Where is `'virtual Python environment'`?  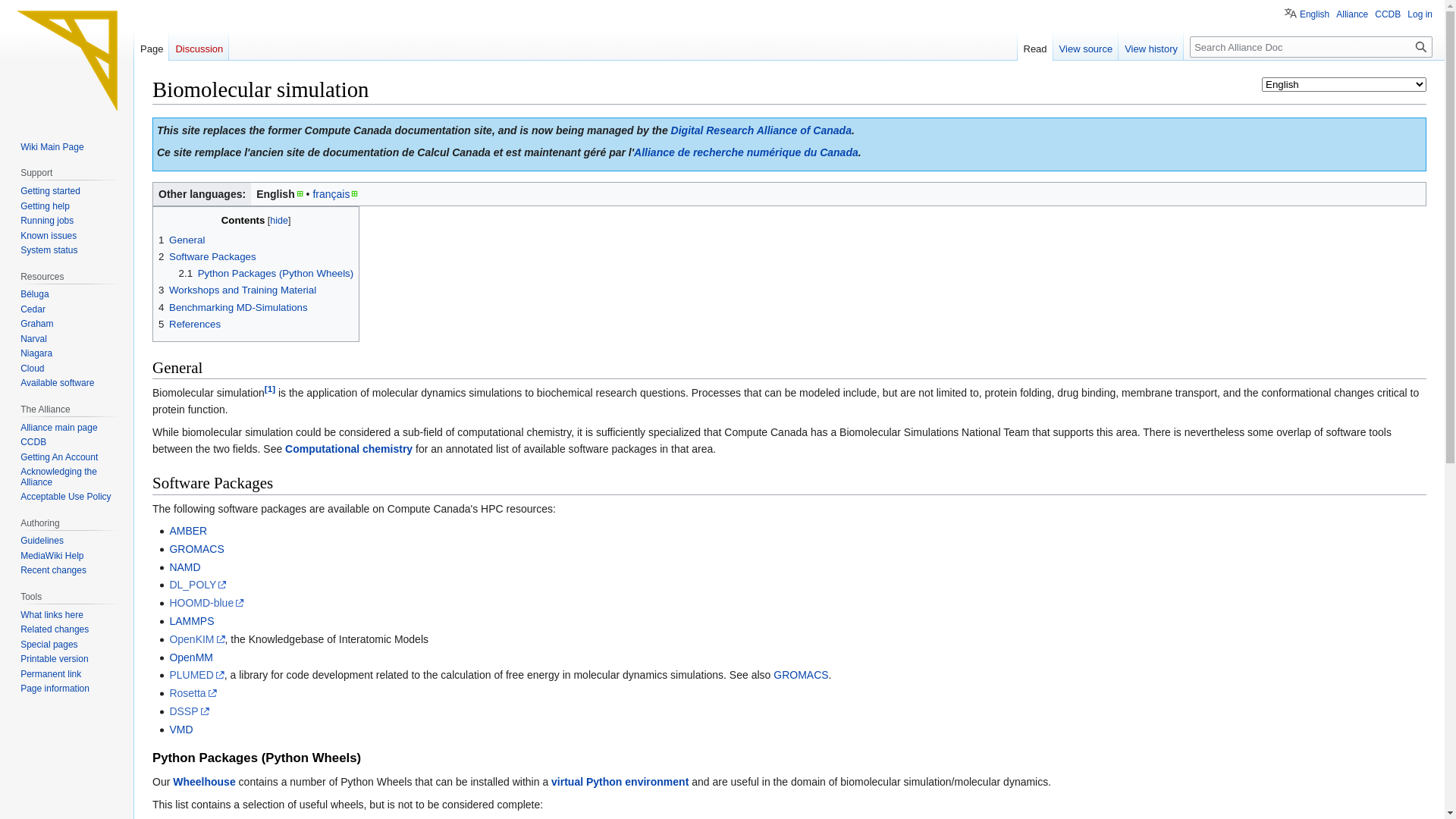 'virtual Python environment' is located at coordinates (620, 781).